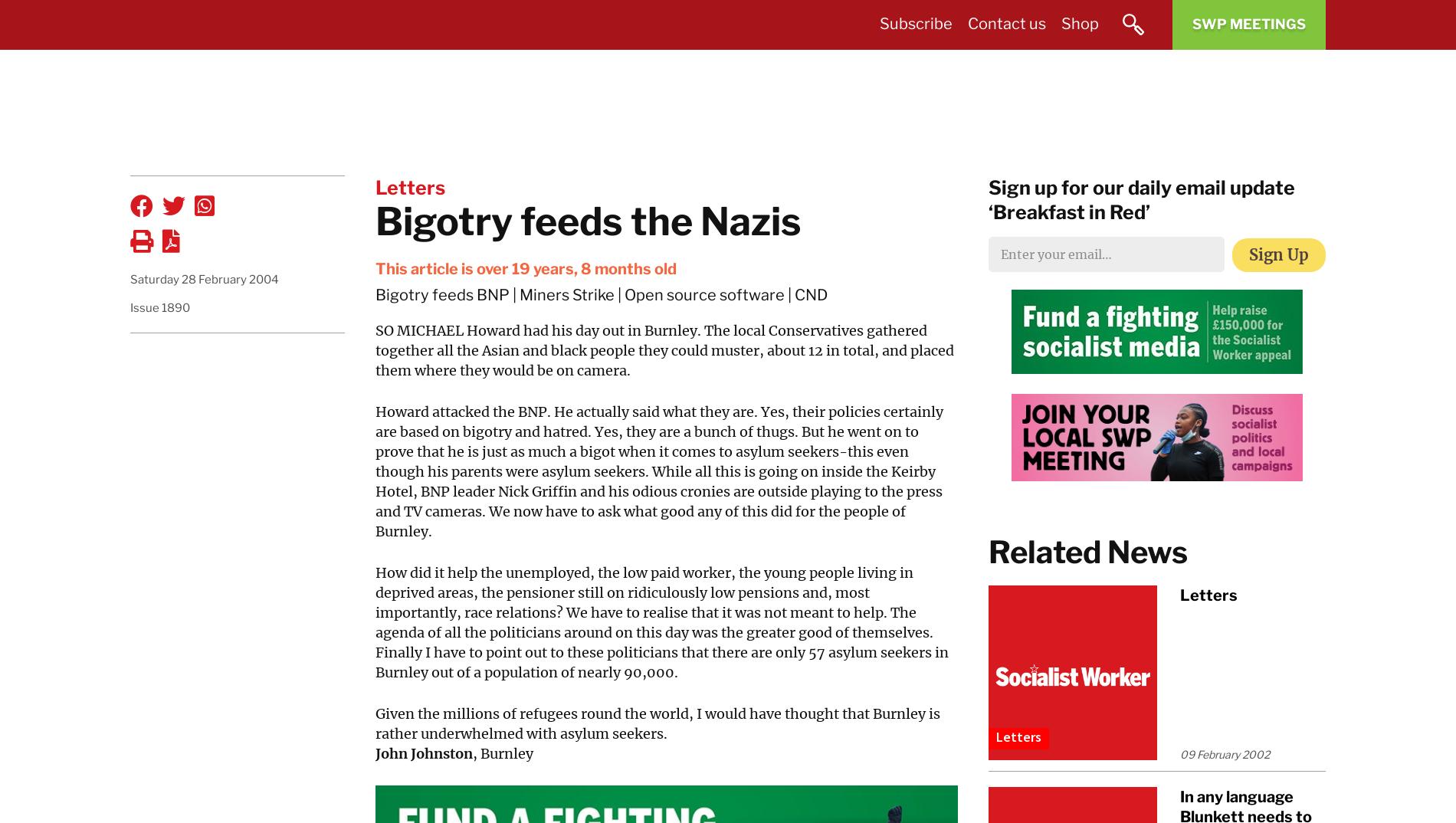  I want to click on 'Ideas & Theory', so click(994, 227).